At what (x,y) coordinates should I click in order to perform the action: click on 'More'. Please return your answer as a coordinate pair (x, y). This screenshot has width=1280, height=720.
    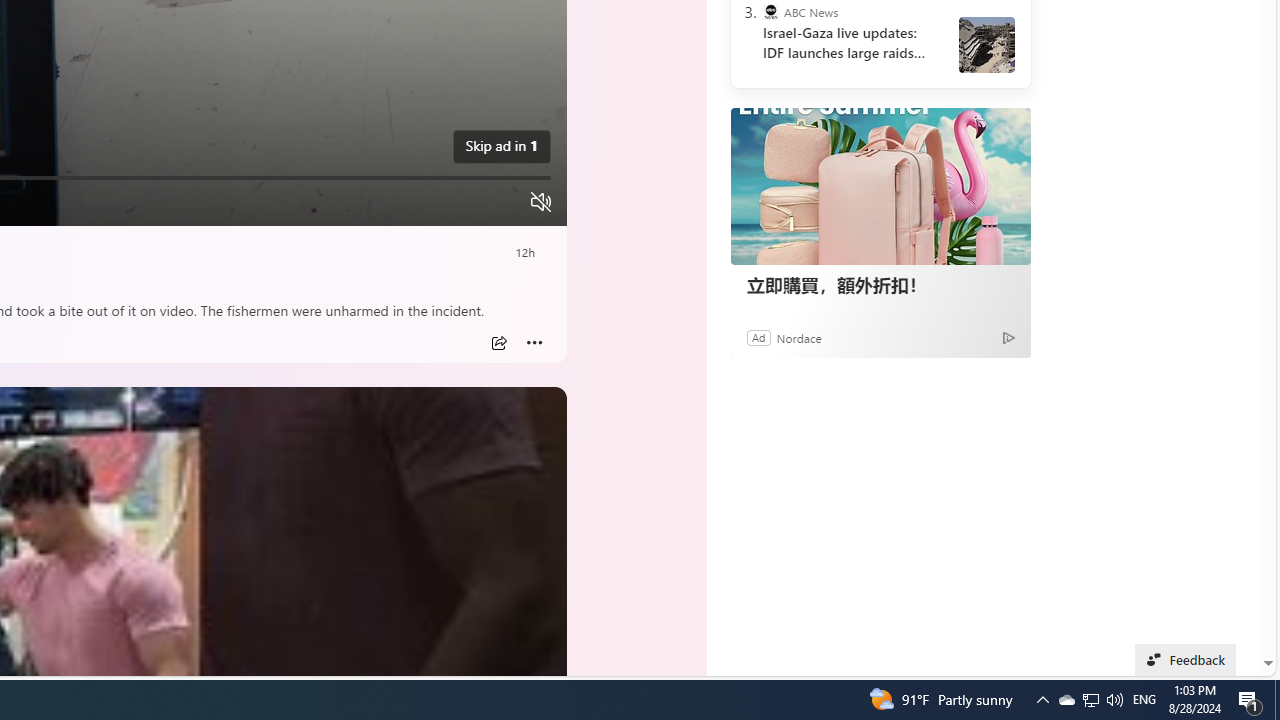
    Looking at the image, I should click on (534, 342).